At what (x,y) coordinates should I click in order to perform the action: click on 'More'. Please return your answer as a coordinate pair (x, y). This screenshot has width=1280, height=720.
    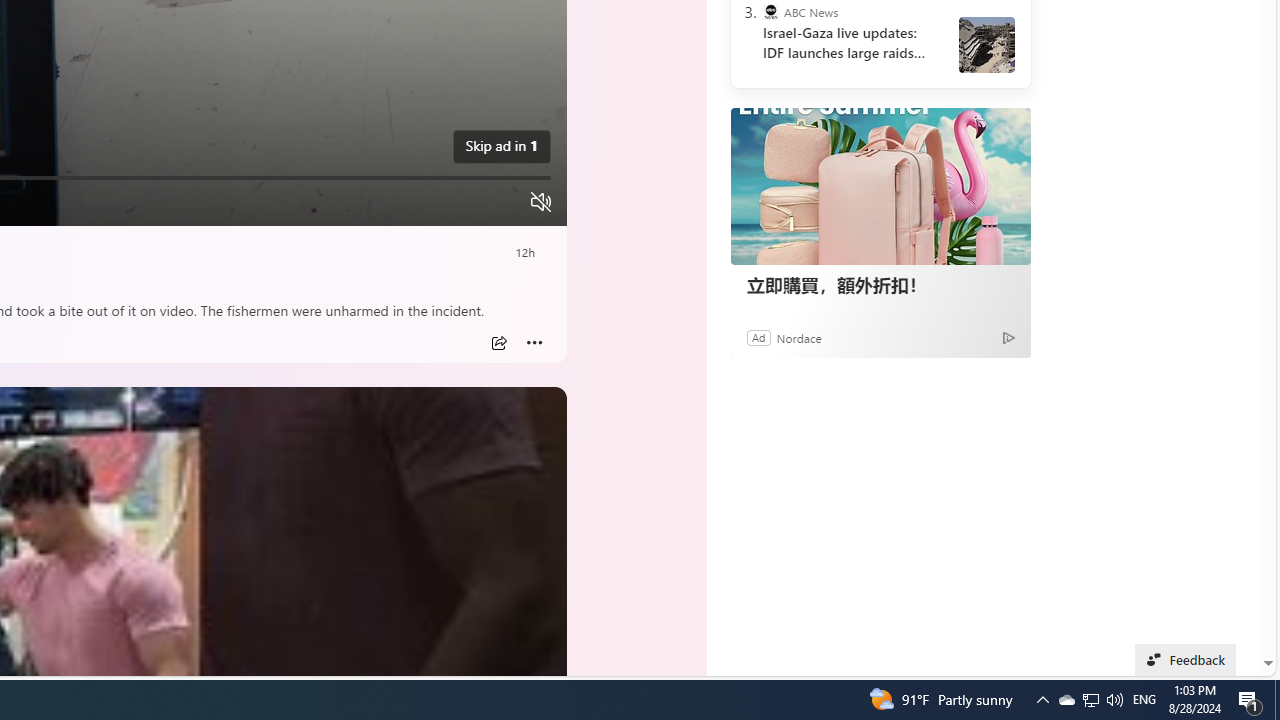
    Looking at the image, I should click on (534, 342).